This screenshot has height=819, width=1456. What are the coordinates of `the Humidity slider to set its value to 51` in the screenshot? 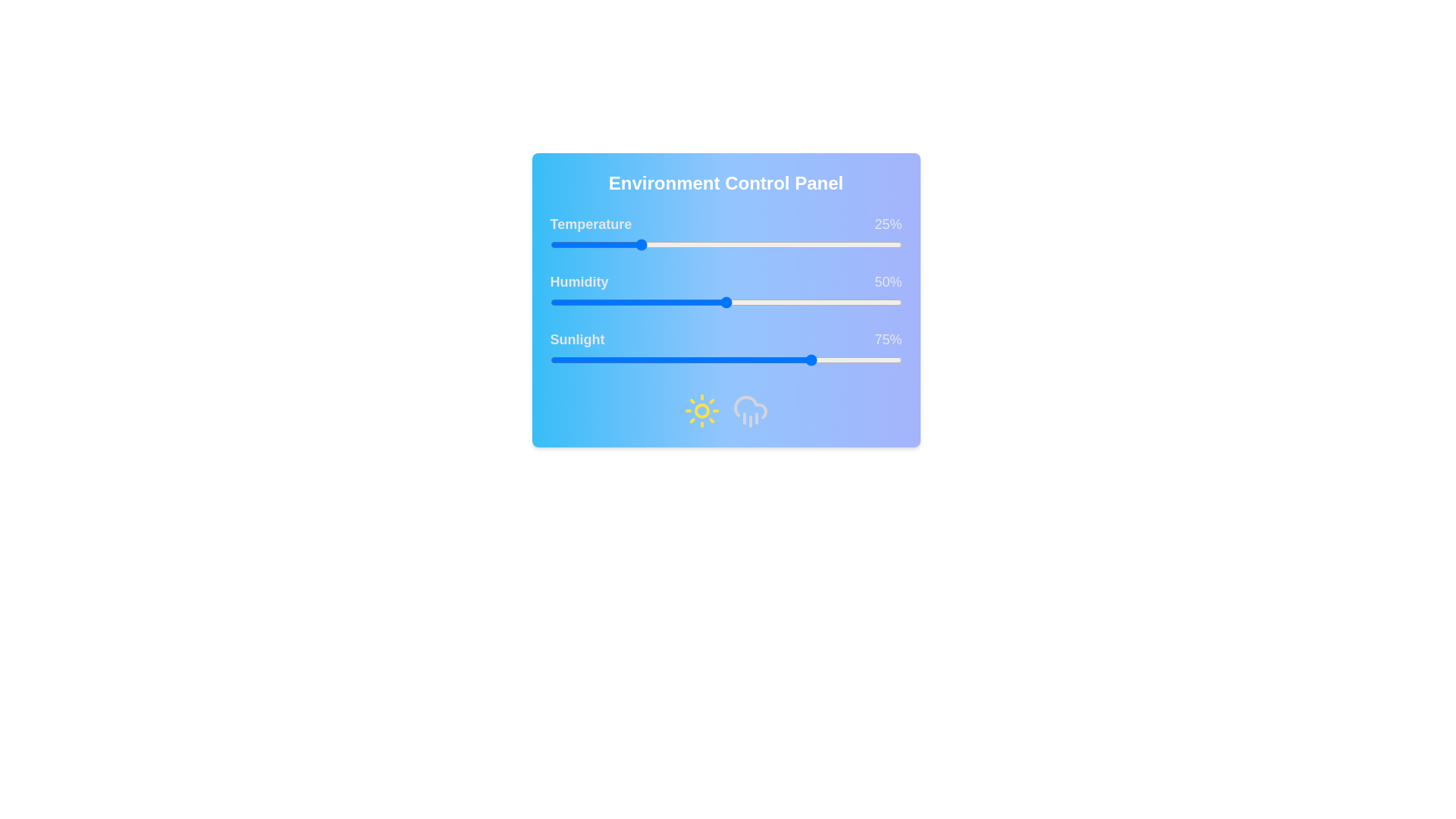 It's located at (730, 302).